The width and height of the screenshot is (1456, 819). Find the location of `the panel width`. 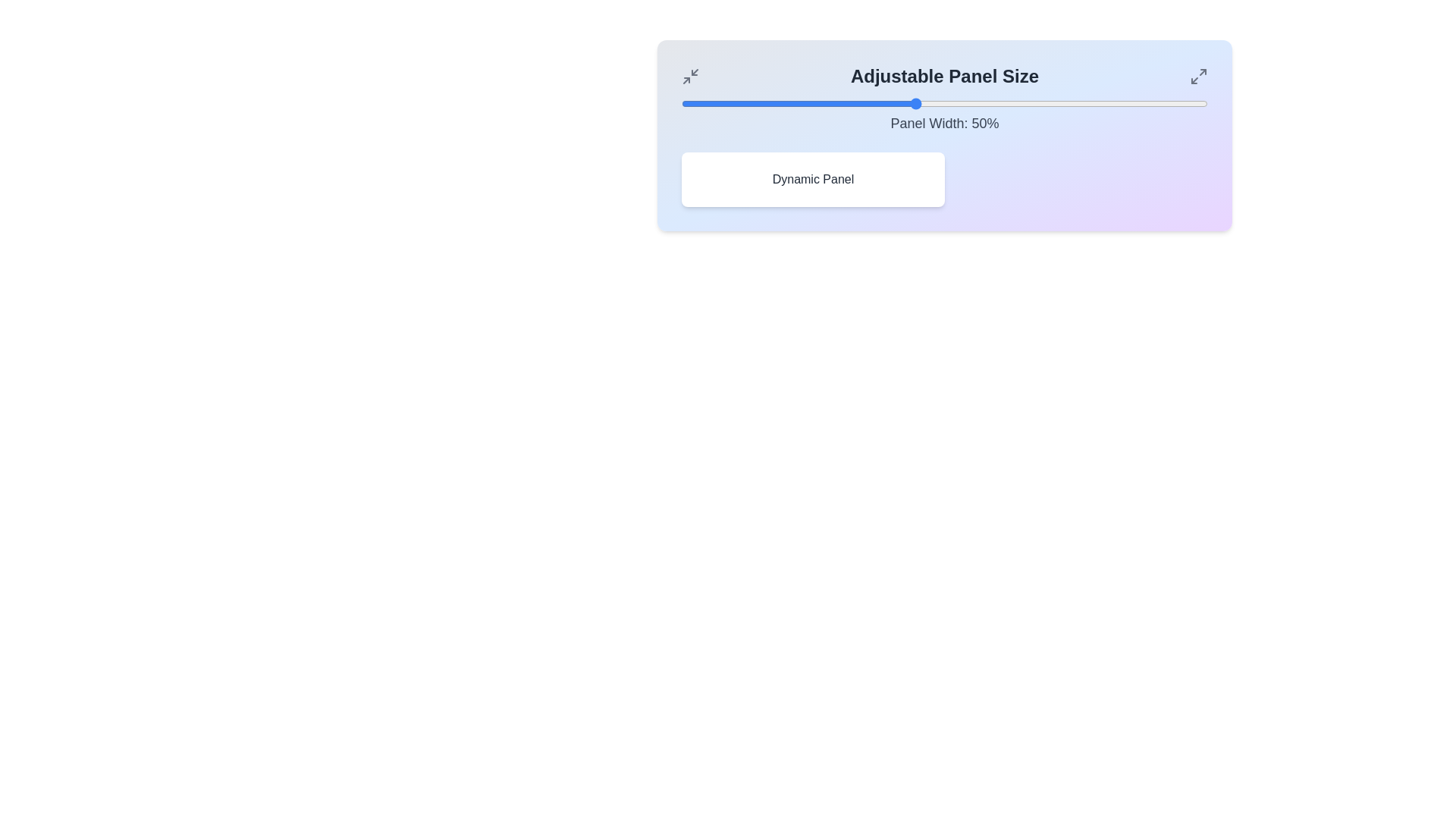

the panel width is located at coordinates (944, 103).